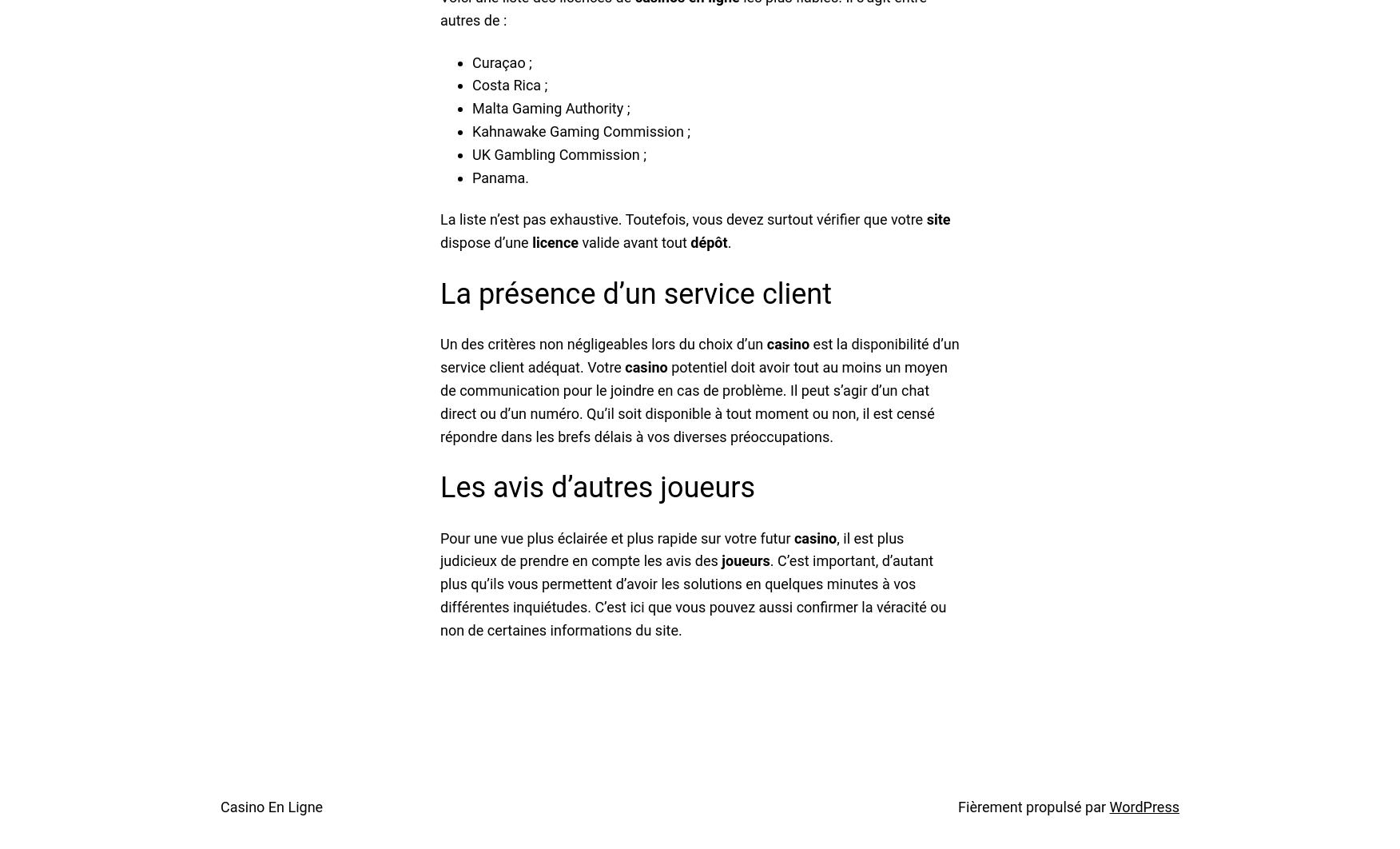 The height and width of the screenshot is (849, 1400). Describe the element at coordinates (439, 488) in the screenshot. I see `'Les avis d’autres joueurs'` at that location.